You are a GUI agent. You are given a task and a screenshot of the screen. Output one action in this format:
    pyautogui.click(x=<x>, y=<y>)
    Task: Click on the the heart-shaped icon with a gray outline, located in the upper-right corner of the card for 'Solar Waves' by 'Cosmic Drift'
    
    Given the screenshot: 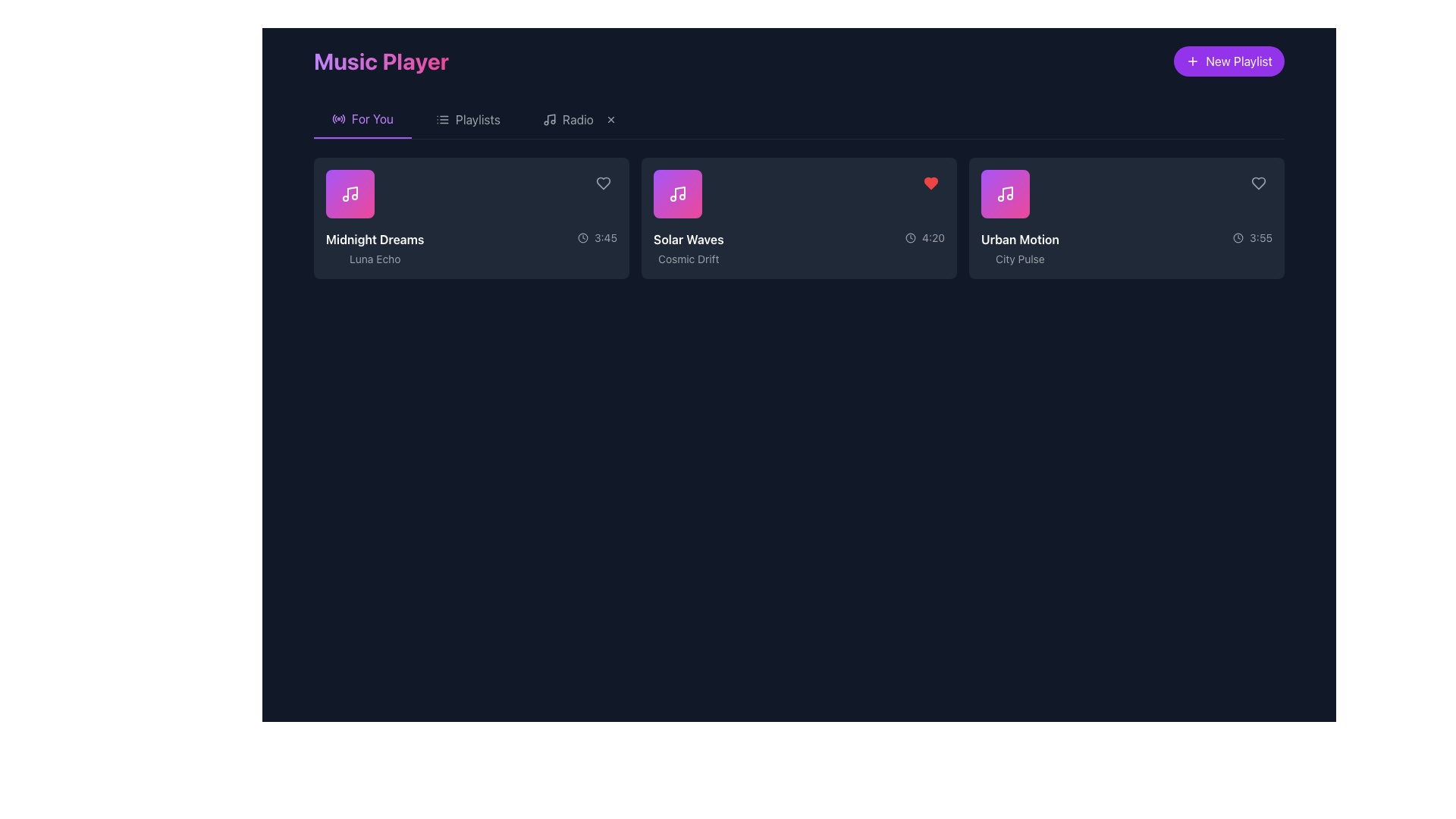 What is the action you would take?
    pyautogui.click(x=603, y=183)
    